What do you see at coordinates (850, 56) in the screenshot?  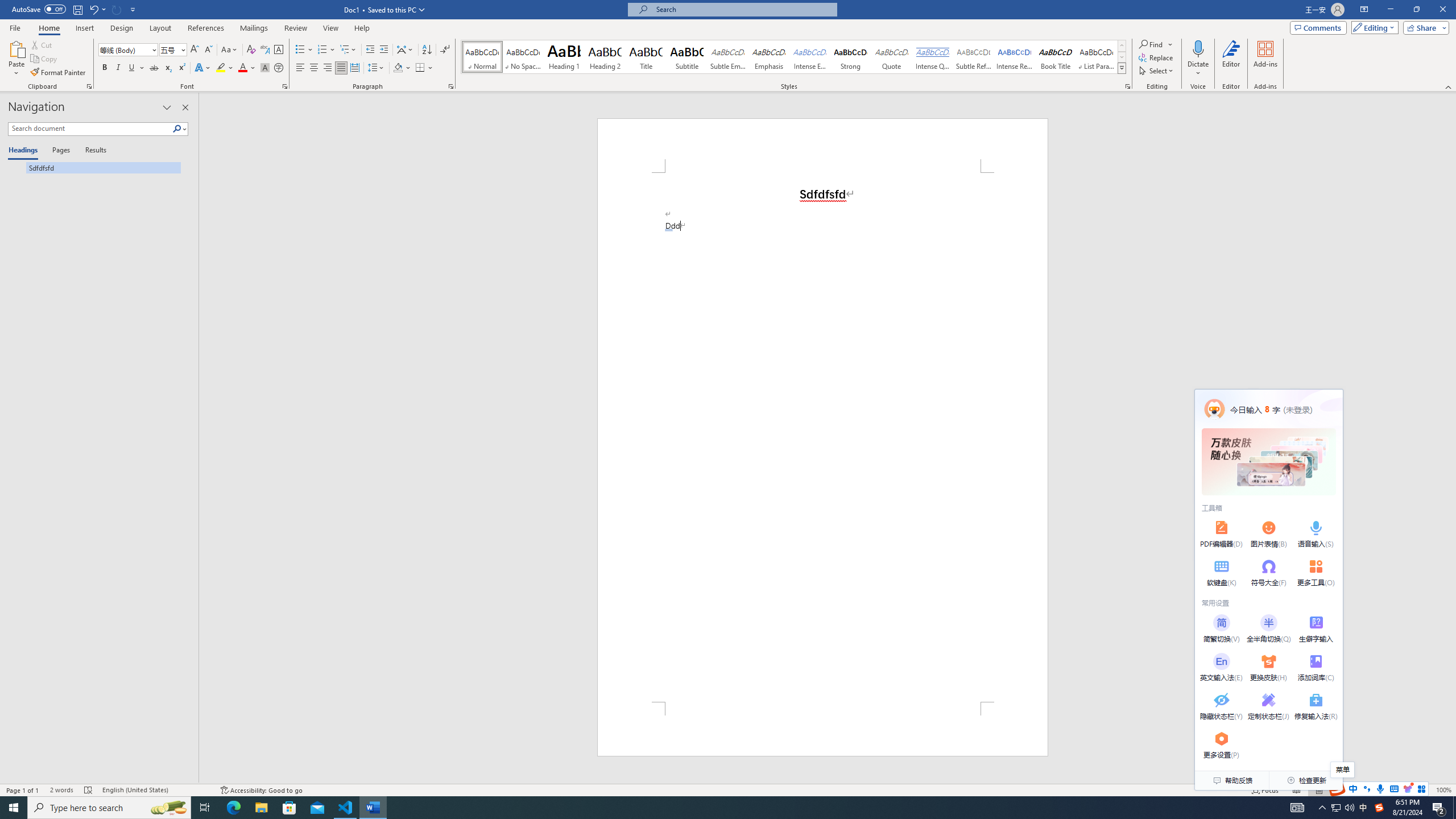 I see `'Strong'` at bounding box center [850, 56].